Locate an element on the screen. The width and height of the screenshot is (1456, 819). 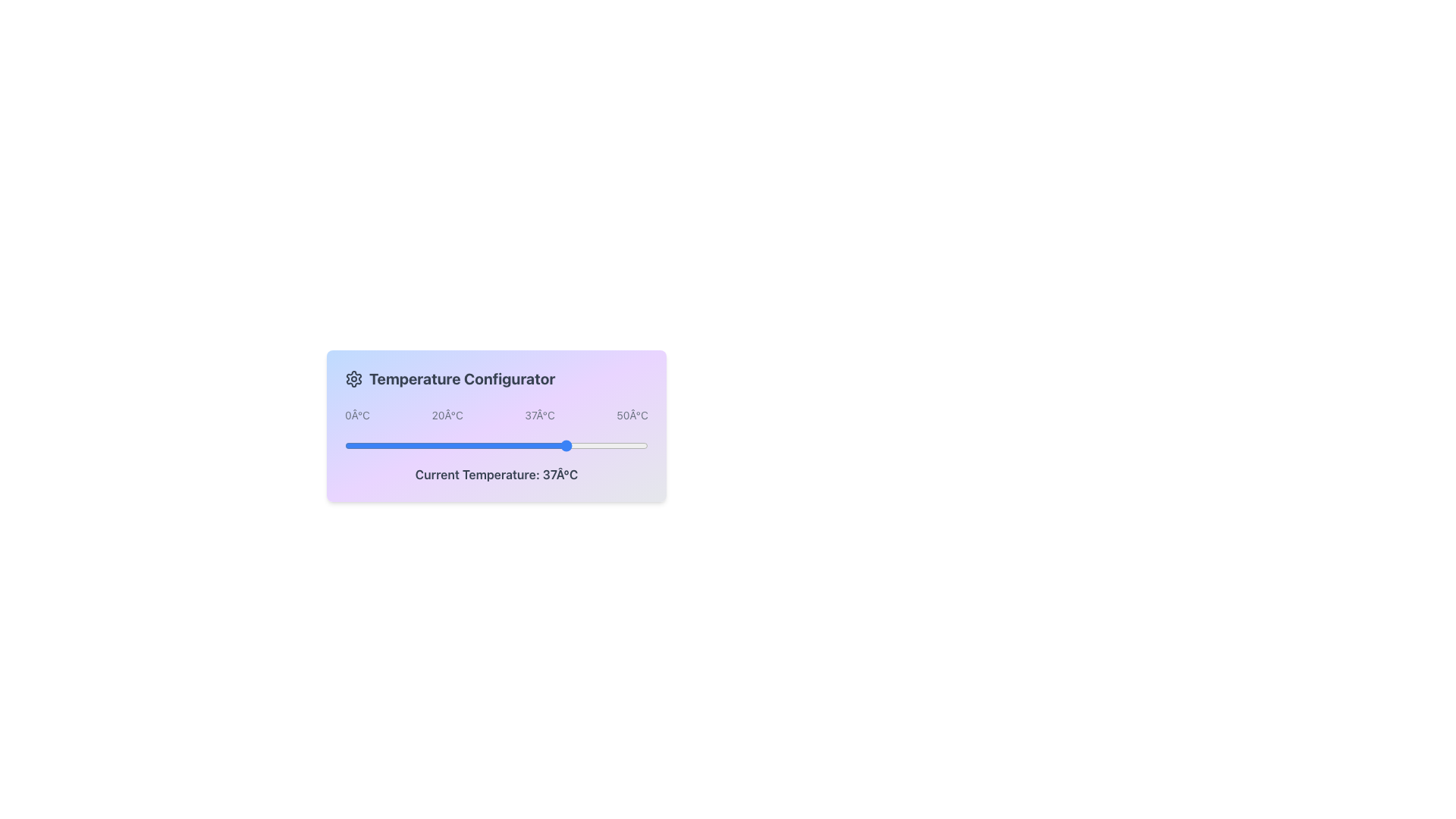
the temperature is located at coordinates (393, 444).